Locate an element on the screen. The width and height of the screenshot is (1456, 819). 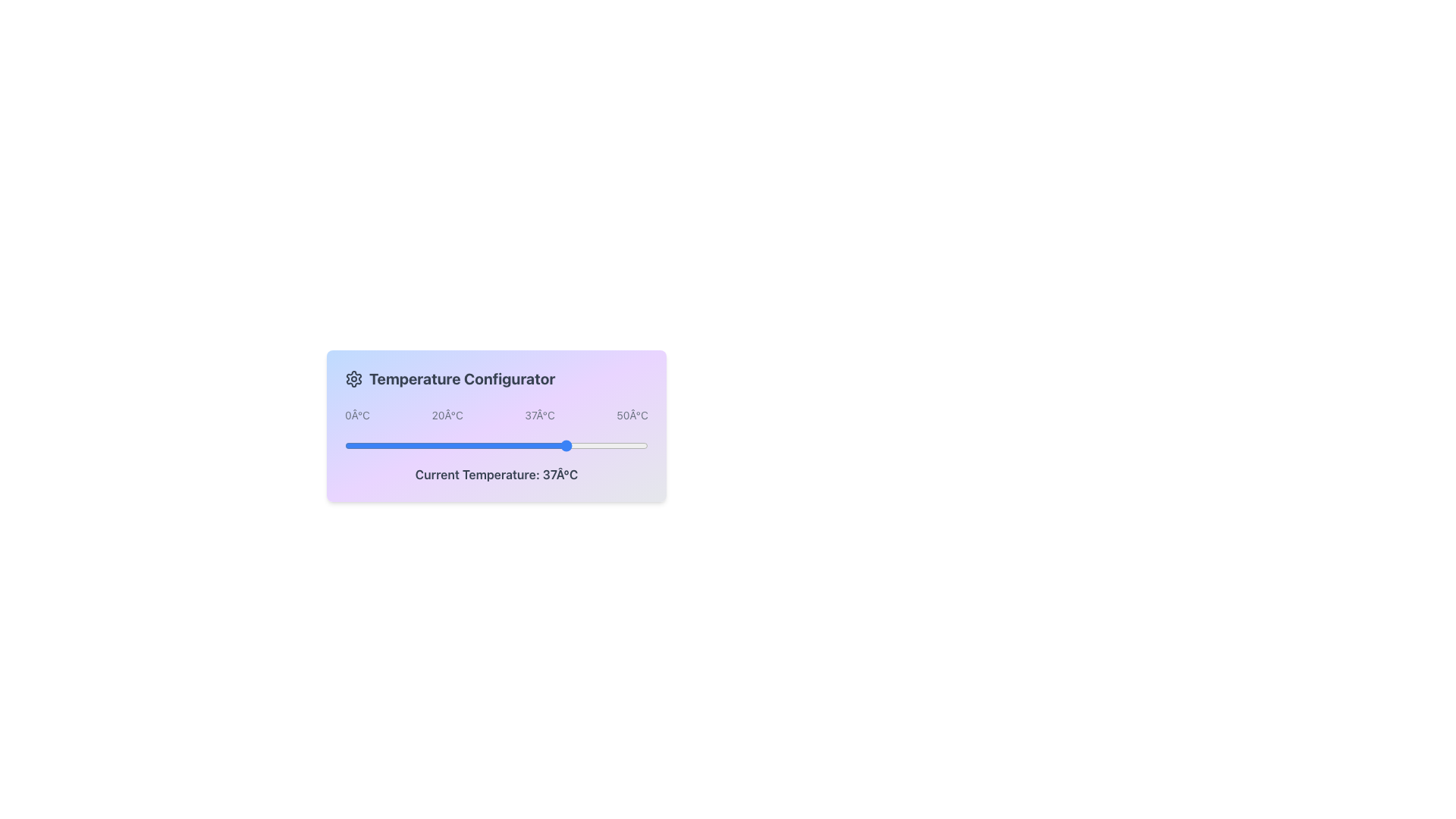
the temperature is located at coordinates (393, 444).